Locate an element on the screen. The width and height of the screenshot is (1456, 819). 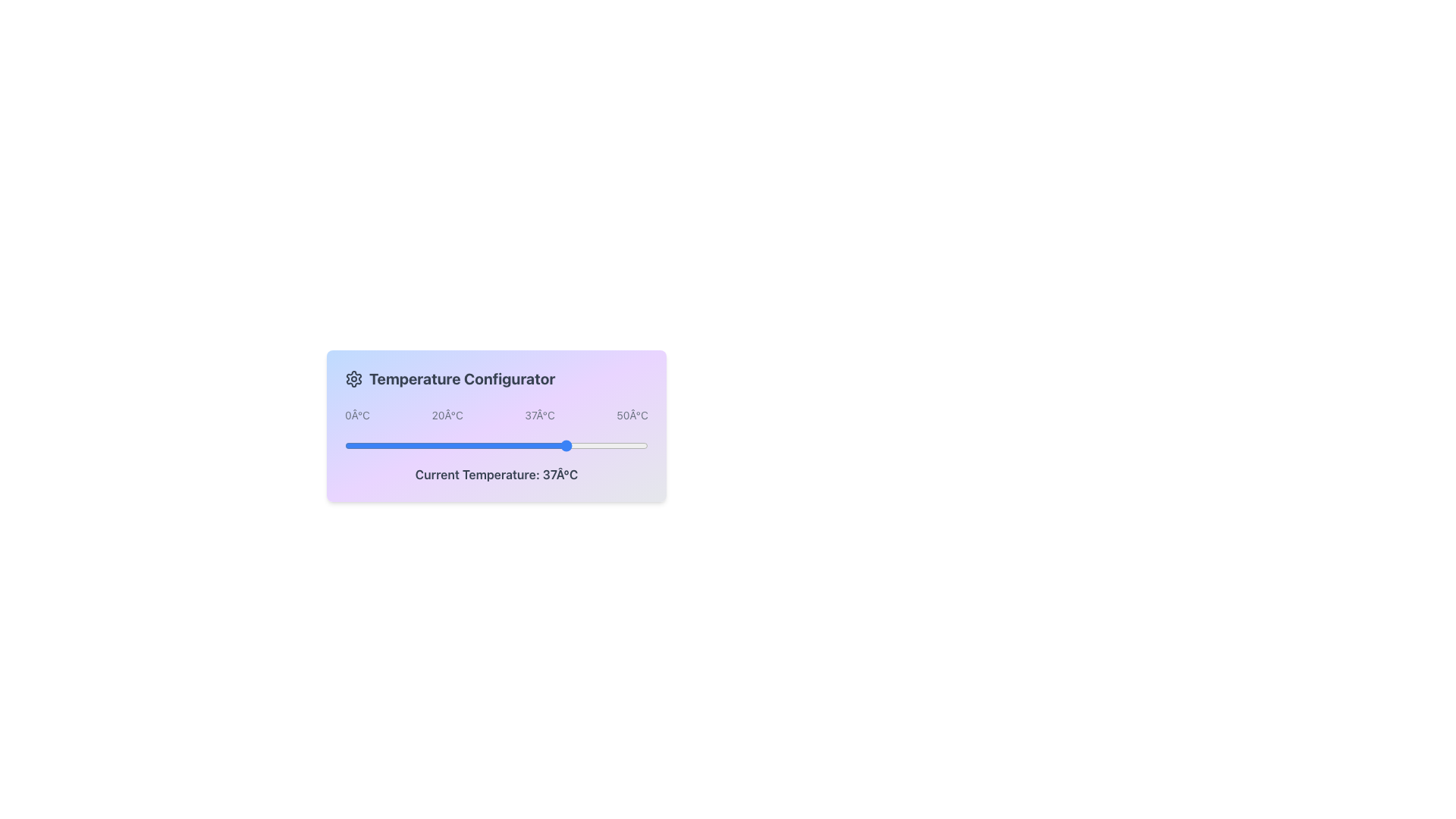
the temperature is located at coordinates (393, 444).